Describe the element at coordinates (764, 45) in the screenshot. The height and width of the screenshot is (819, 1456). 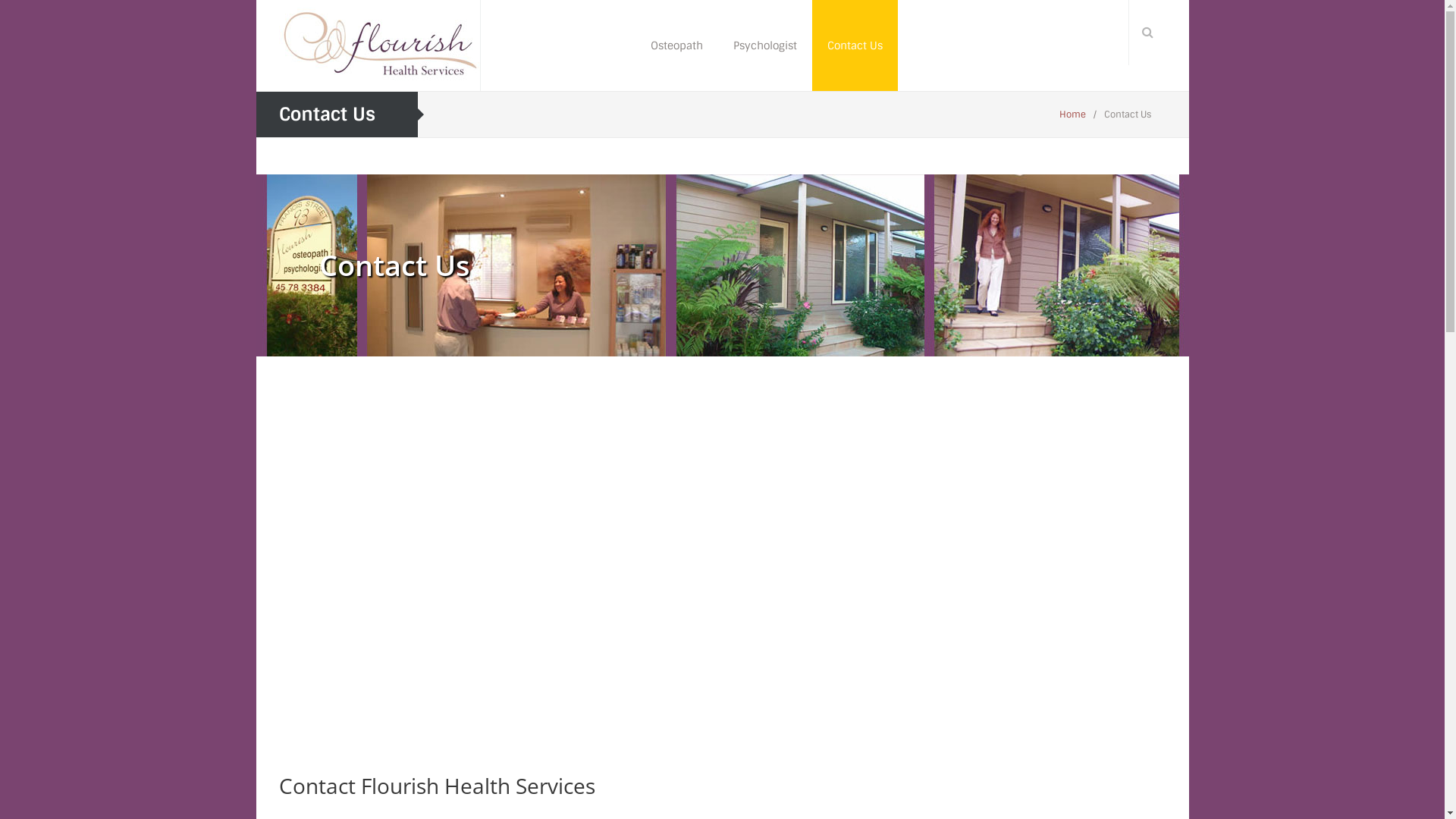
I see `'Psychologist'` at that location.